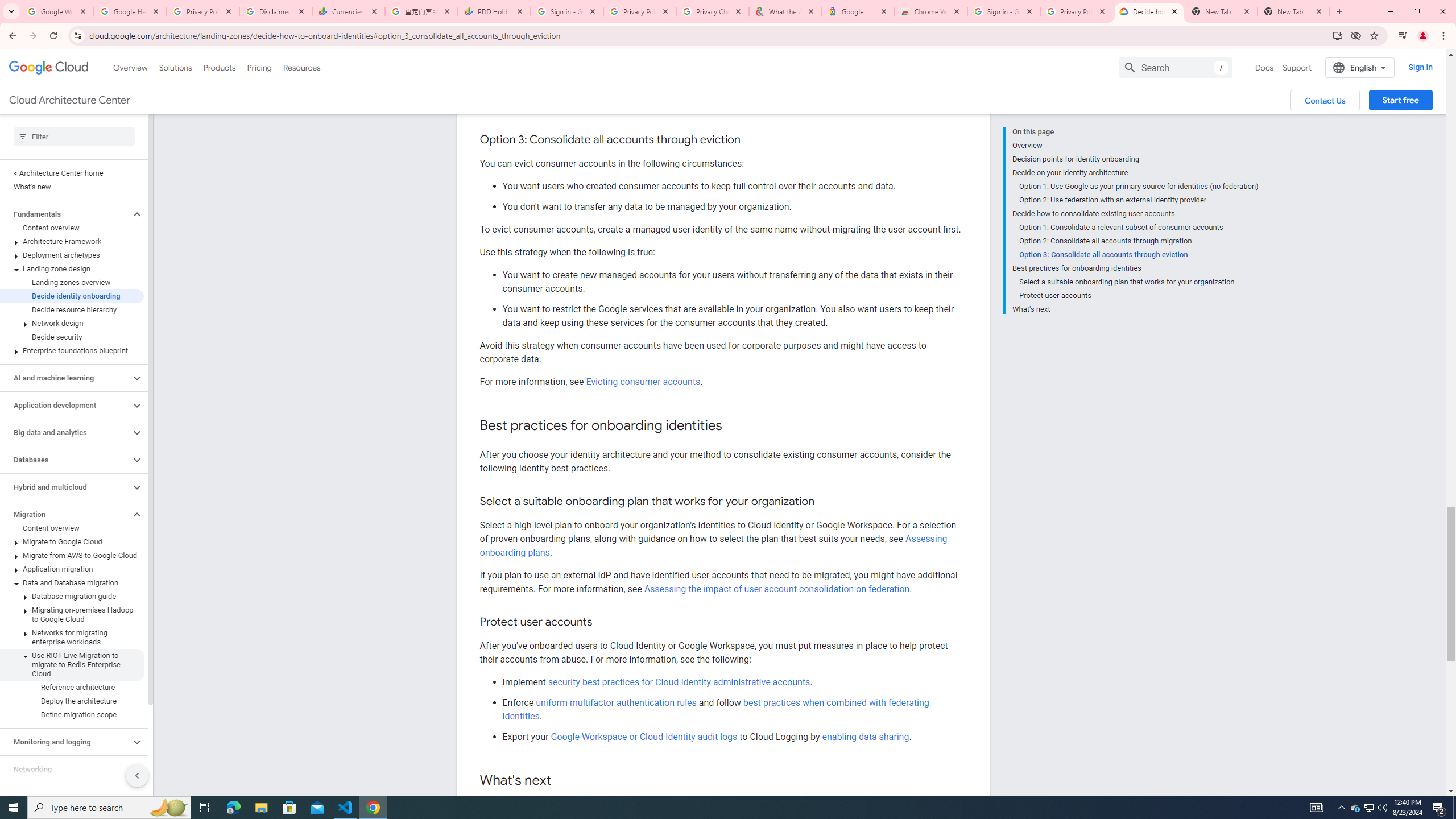  Describe the element at coordinates (1134, 172) in the screenshot. I see `'Decide on your identity architecture'` at that location.